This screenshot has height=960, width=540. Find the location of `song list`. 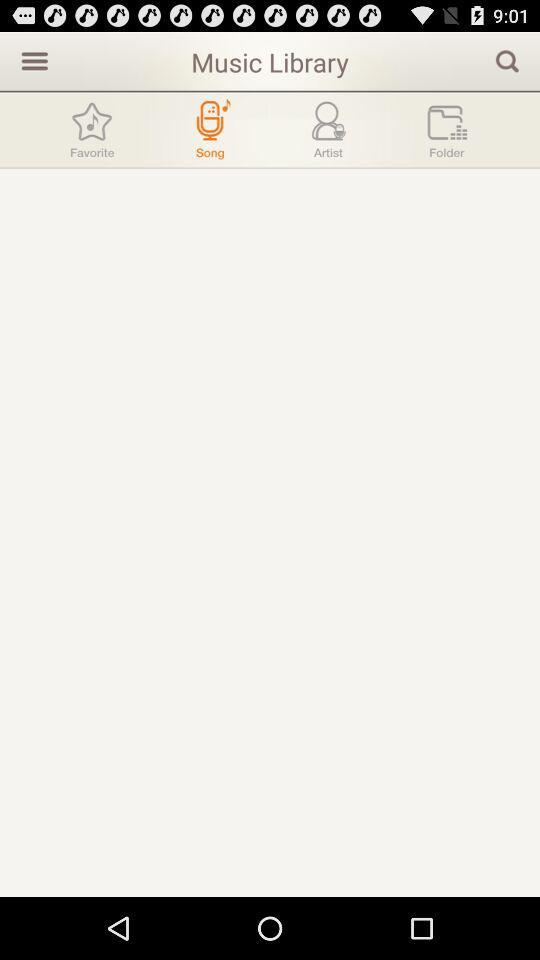

song list is located at coordinates (209, 128).